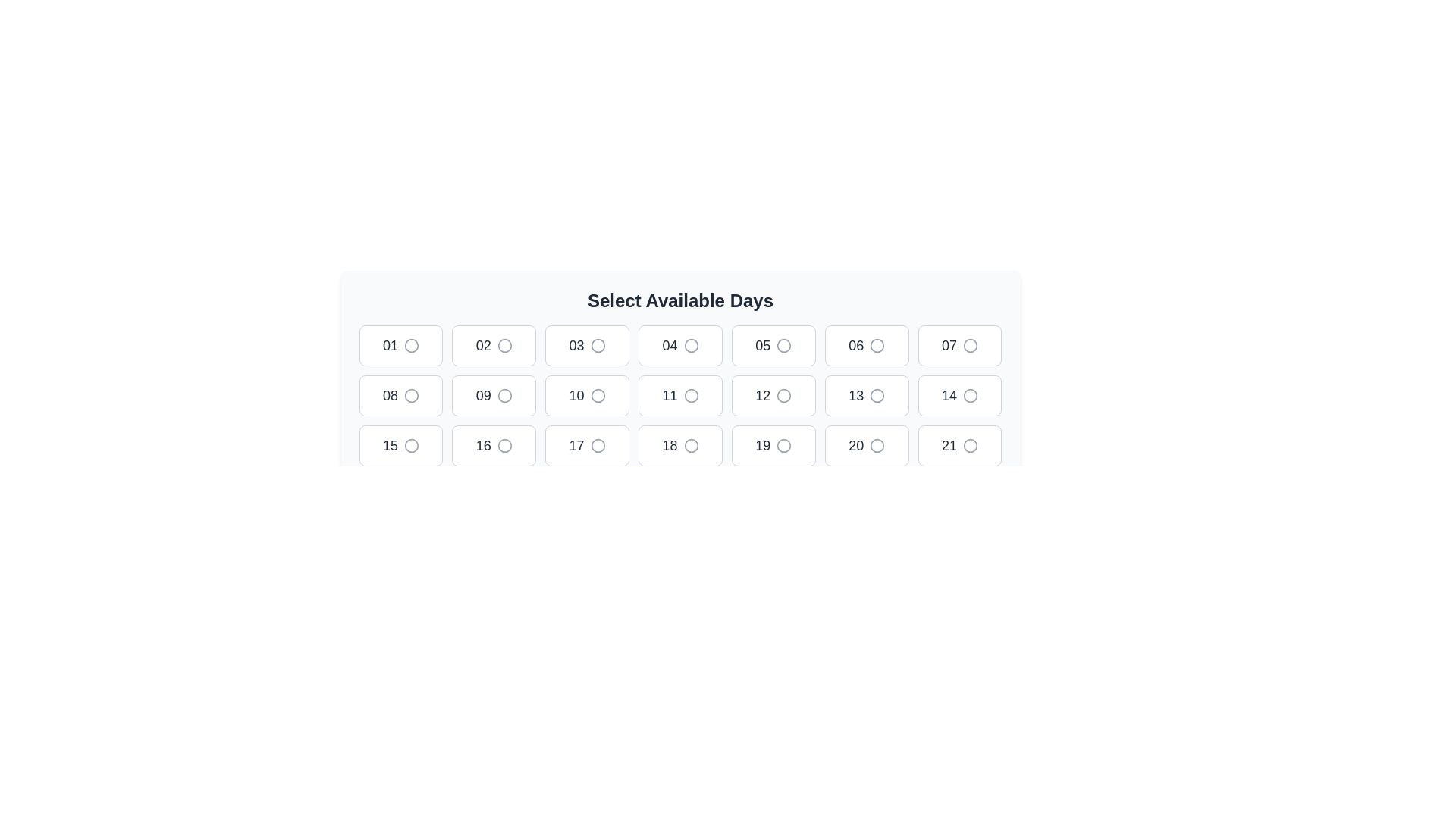  What do you see at coordinates (504, 444) in the screenshot?
I see `the circular marker for the date 16 in the interactive calendar interface` at bounding box center [504, 444].